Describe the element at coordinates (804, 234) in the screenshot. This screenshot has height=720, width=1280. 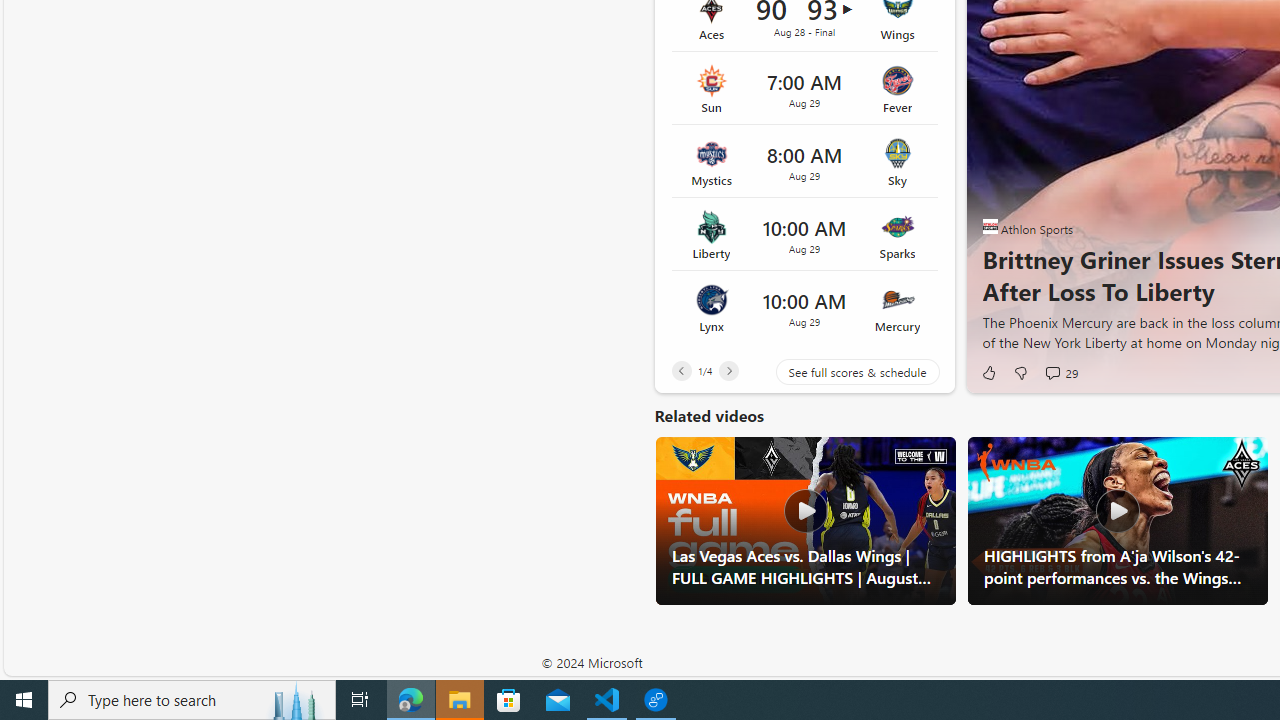
I see `'Liberty vs Sparks Time 10:00 AM Date Aug 29'` at that location.